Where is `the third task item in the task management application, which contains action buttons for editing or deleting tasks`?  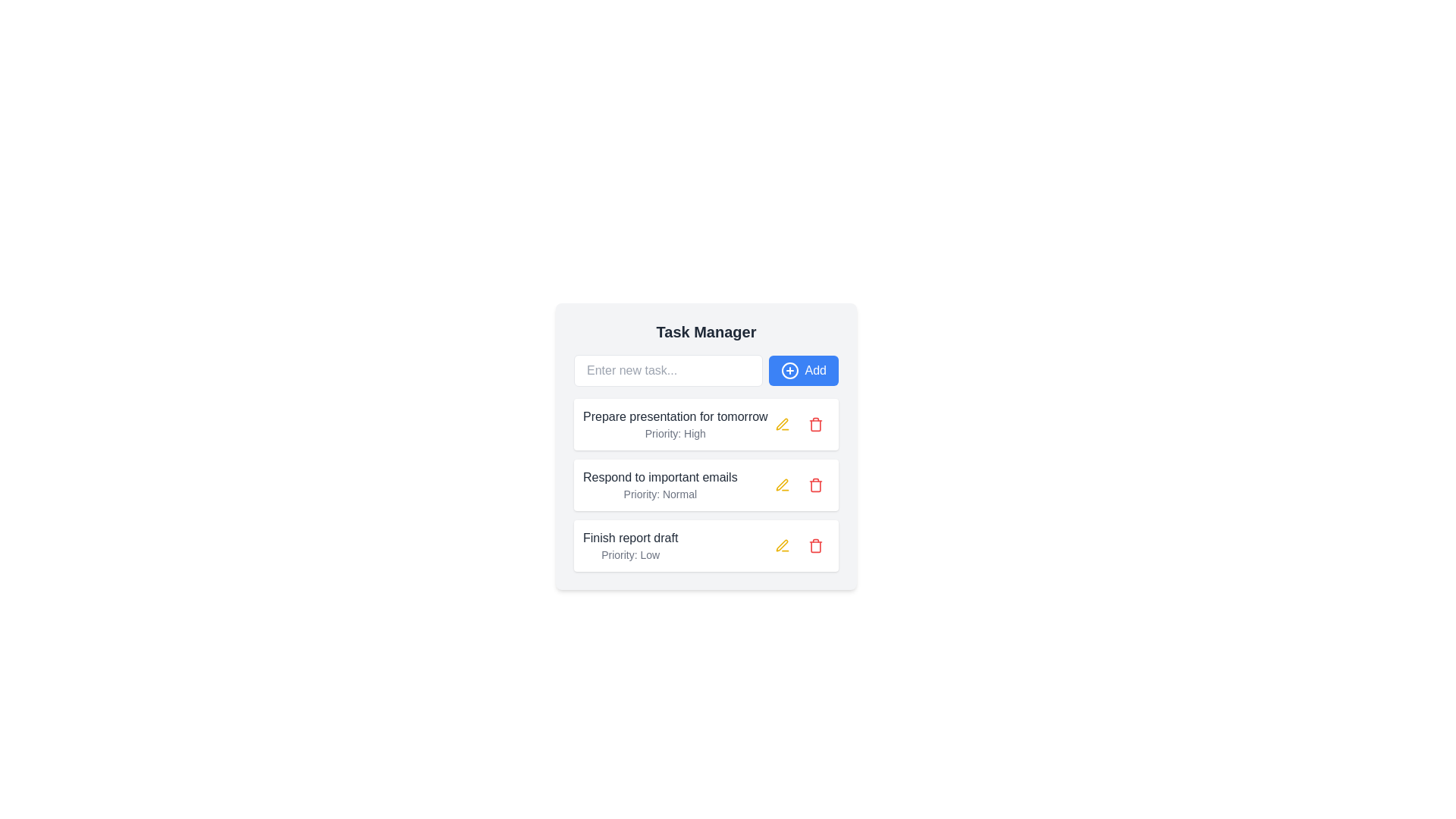 the third task item in the task management application, which contains action buttons for editing or deleting tasks is located at coordinates (705, 546).